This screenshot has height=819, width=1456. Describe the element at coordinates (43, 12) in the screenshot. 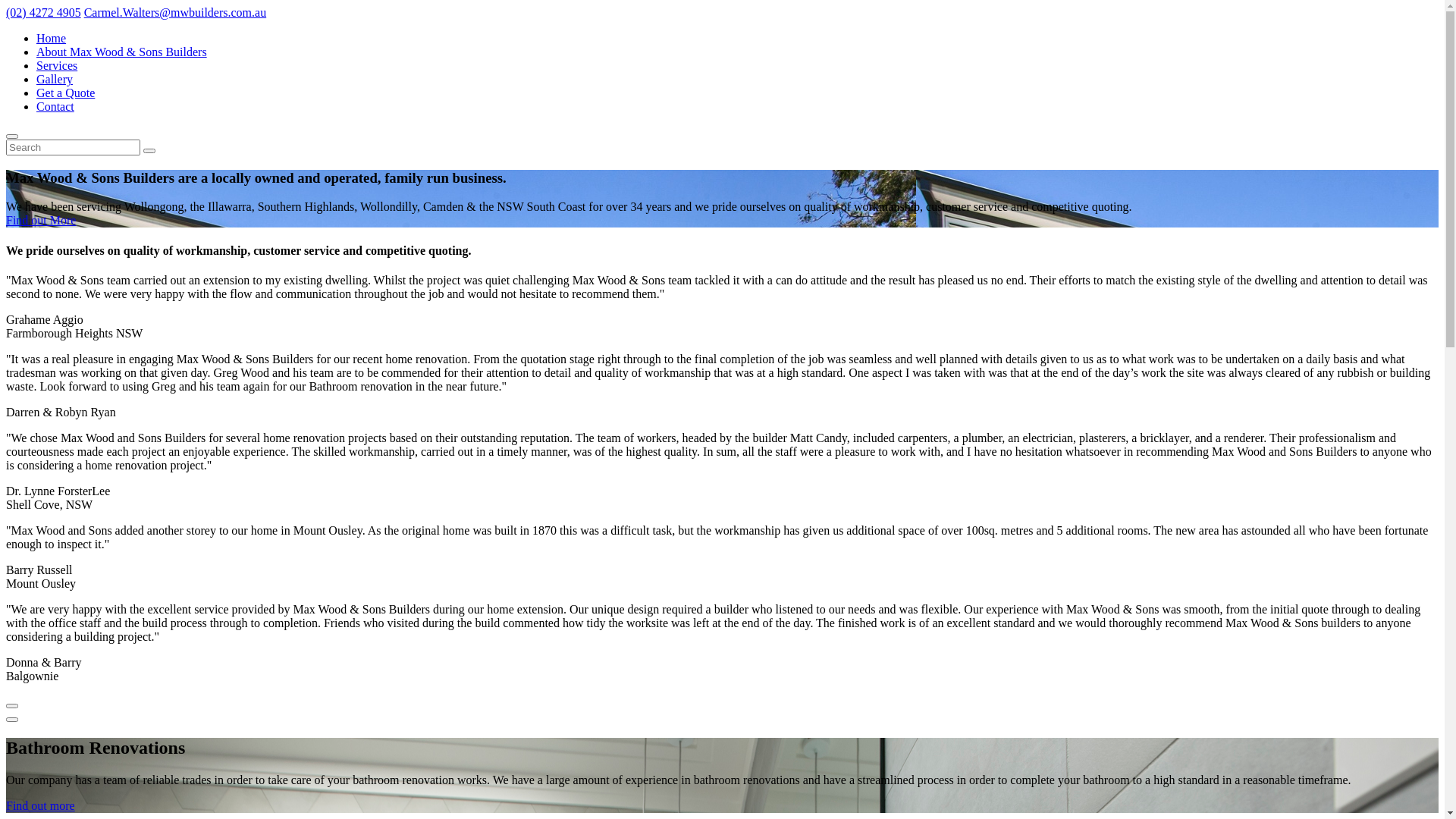

I see `'(02) 4272 4905'` at that location.